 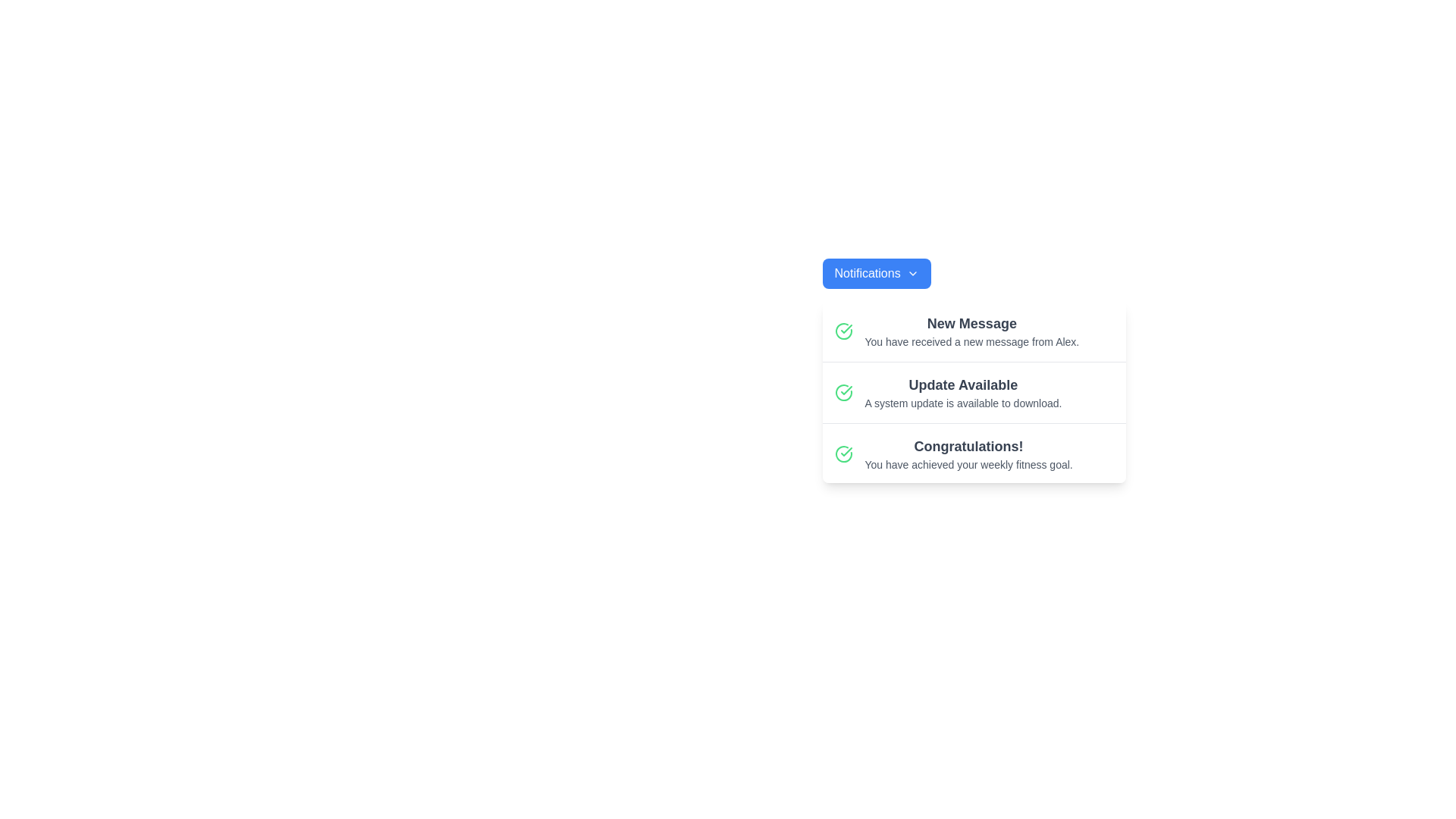 What do you see at coordinates (843, 330) in the screenshot?
I see `the notification icon located in the top-left corner of the 'New Message' notification card under the 'Notifications' dropdown menu` at bounding box center [843, 330].